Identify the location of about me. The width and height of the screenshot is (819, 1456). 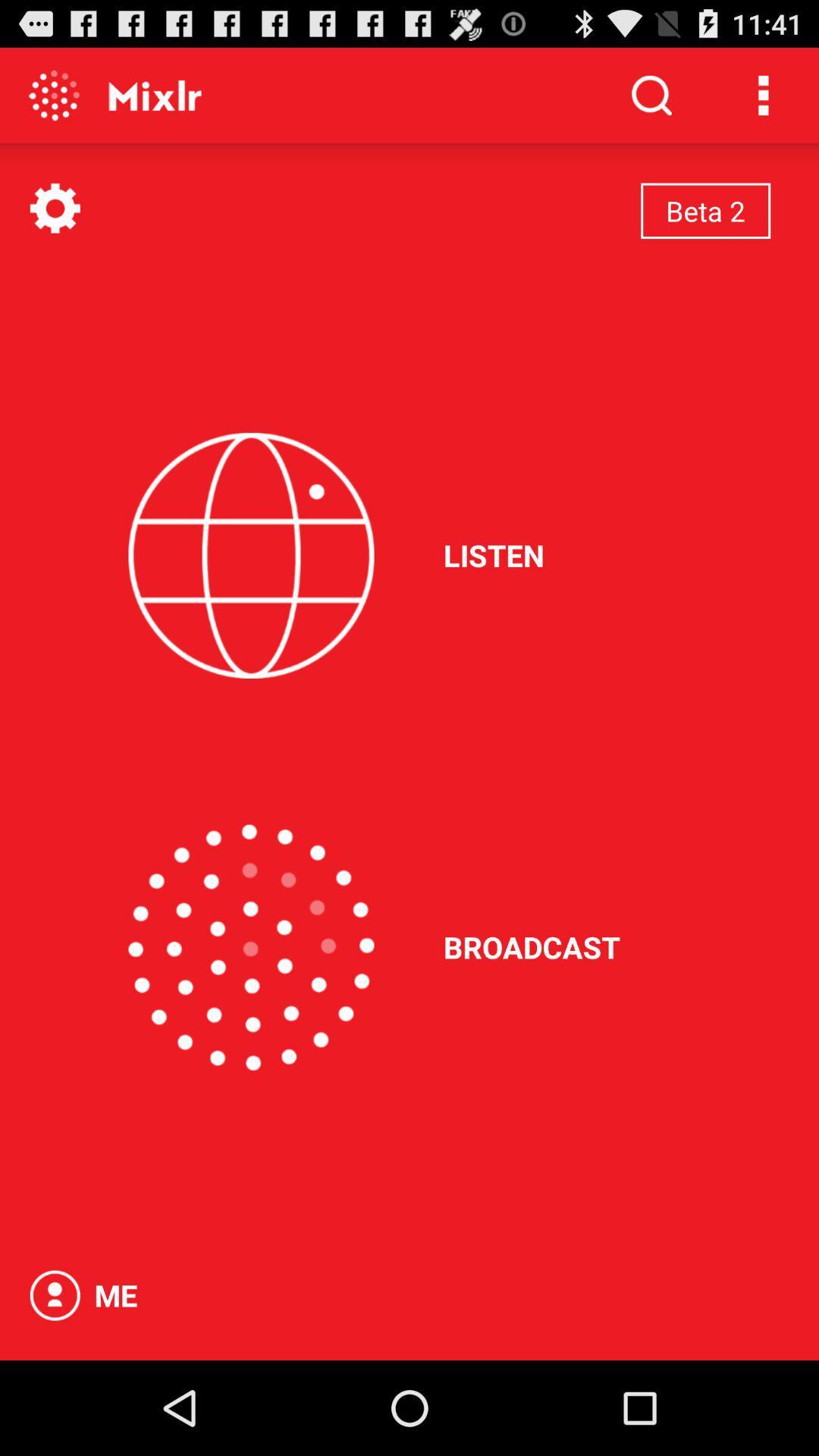
(54, 1294).